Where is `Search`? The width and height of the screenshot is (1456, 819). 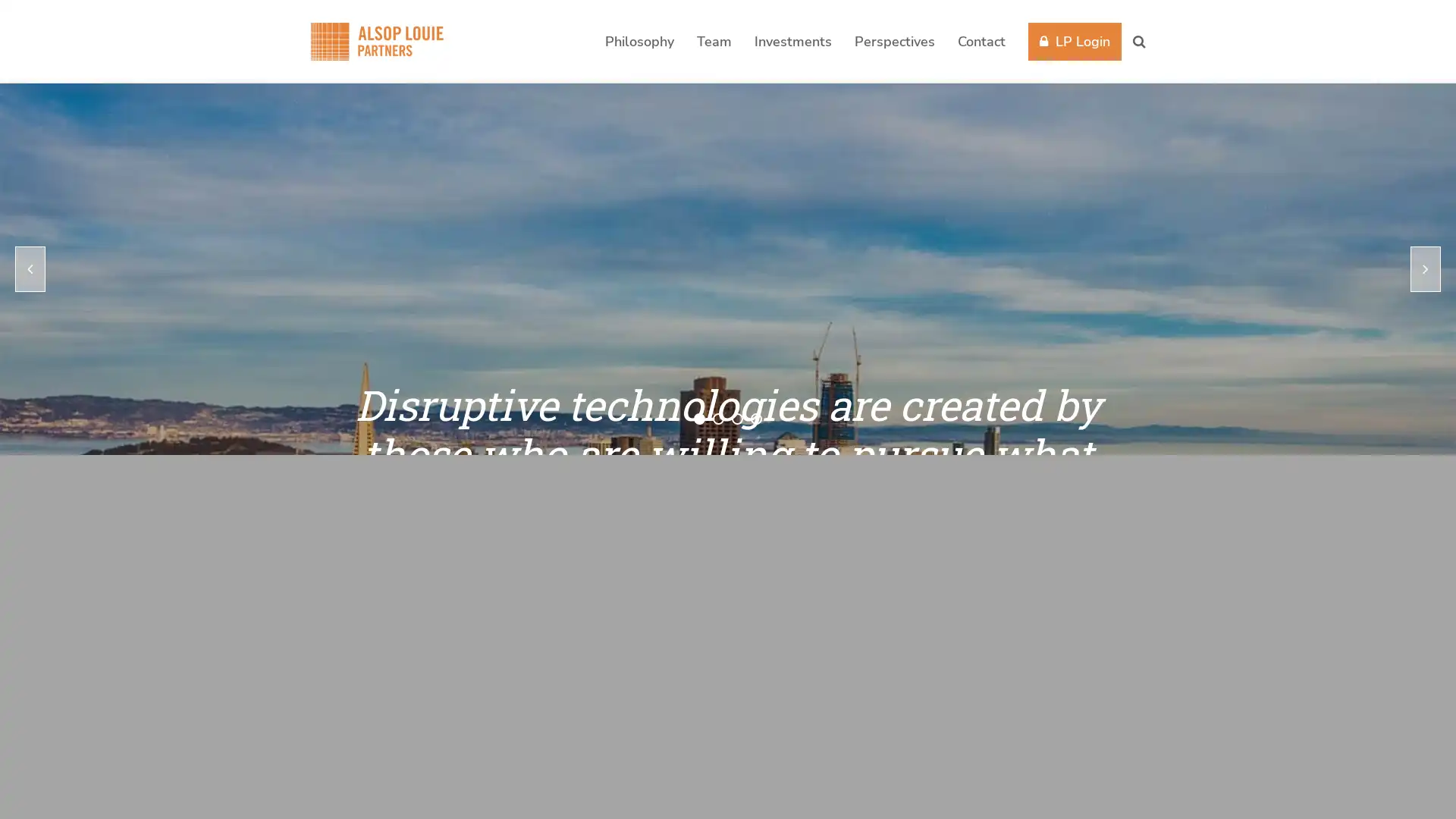
Search is located at coordinates (1139, 40).